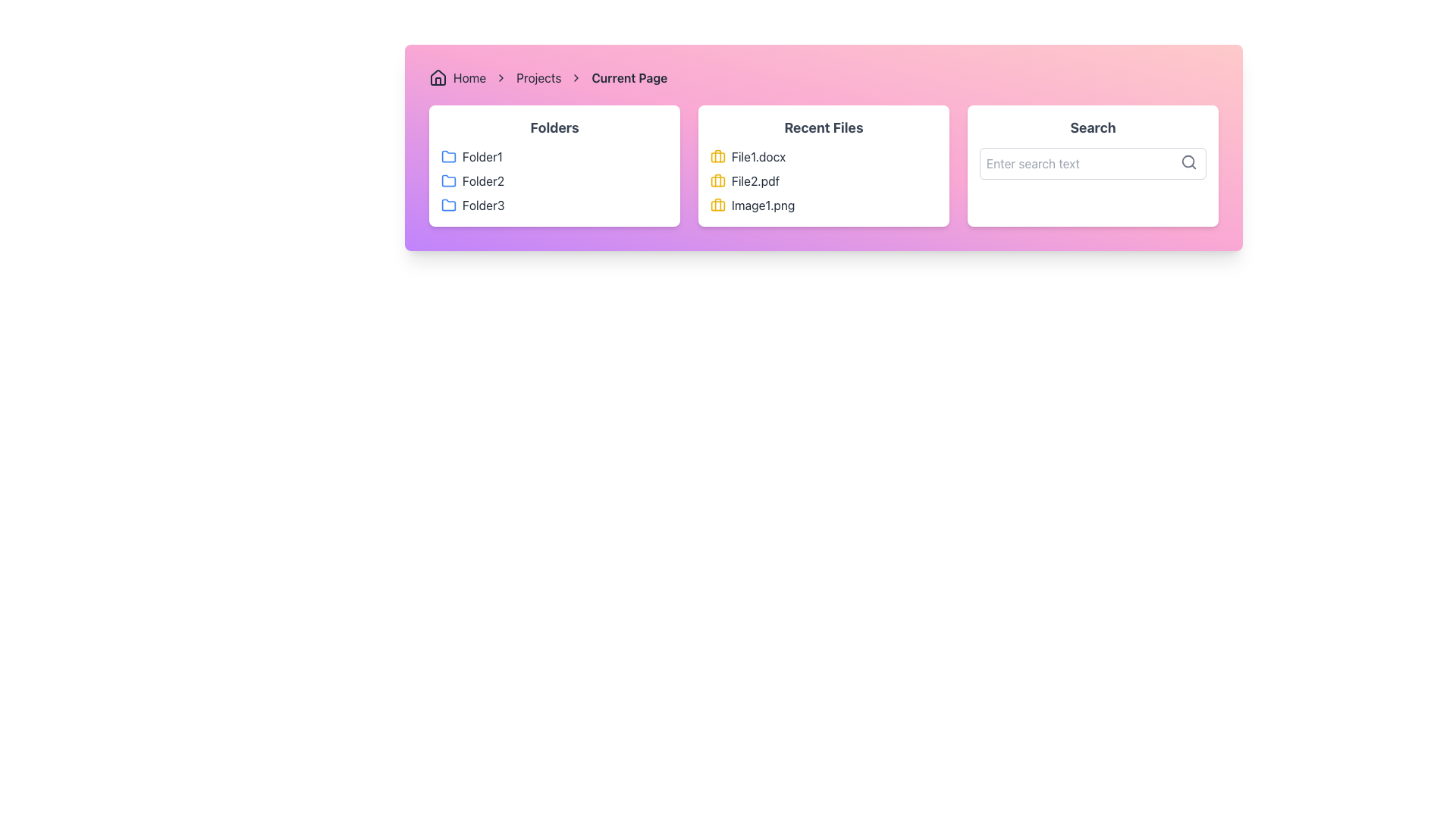 The image size is (1456, 819). What do you see at coordinates (823, 127) in the screenshot?
I see `the 'Recent Files' text header, which is displayed in bold gray font` at bounding box center [823, 127].